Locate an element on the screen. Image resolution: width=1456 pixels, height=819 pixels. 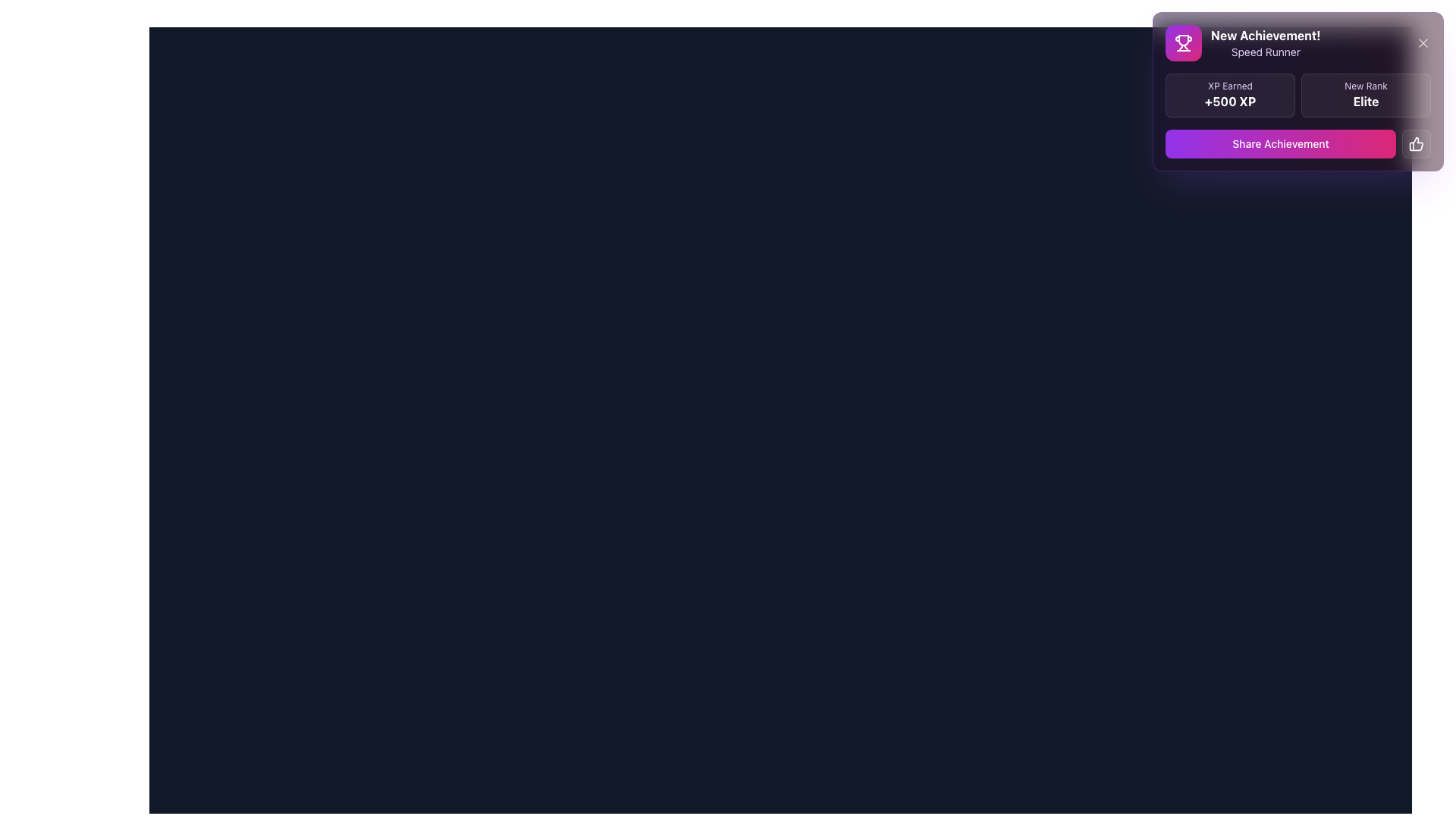
displayed information from the static text component titled 'New Achievement!' with the subtitle 'Speed Runner' located in the top-right corner of the notification interface is located at coordinates (1243, 42).